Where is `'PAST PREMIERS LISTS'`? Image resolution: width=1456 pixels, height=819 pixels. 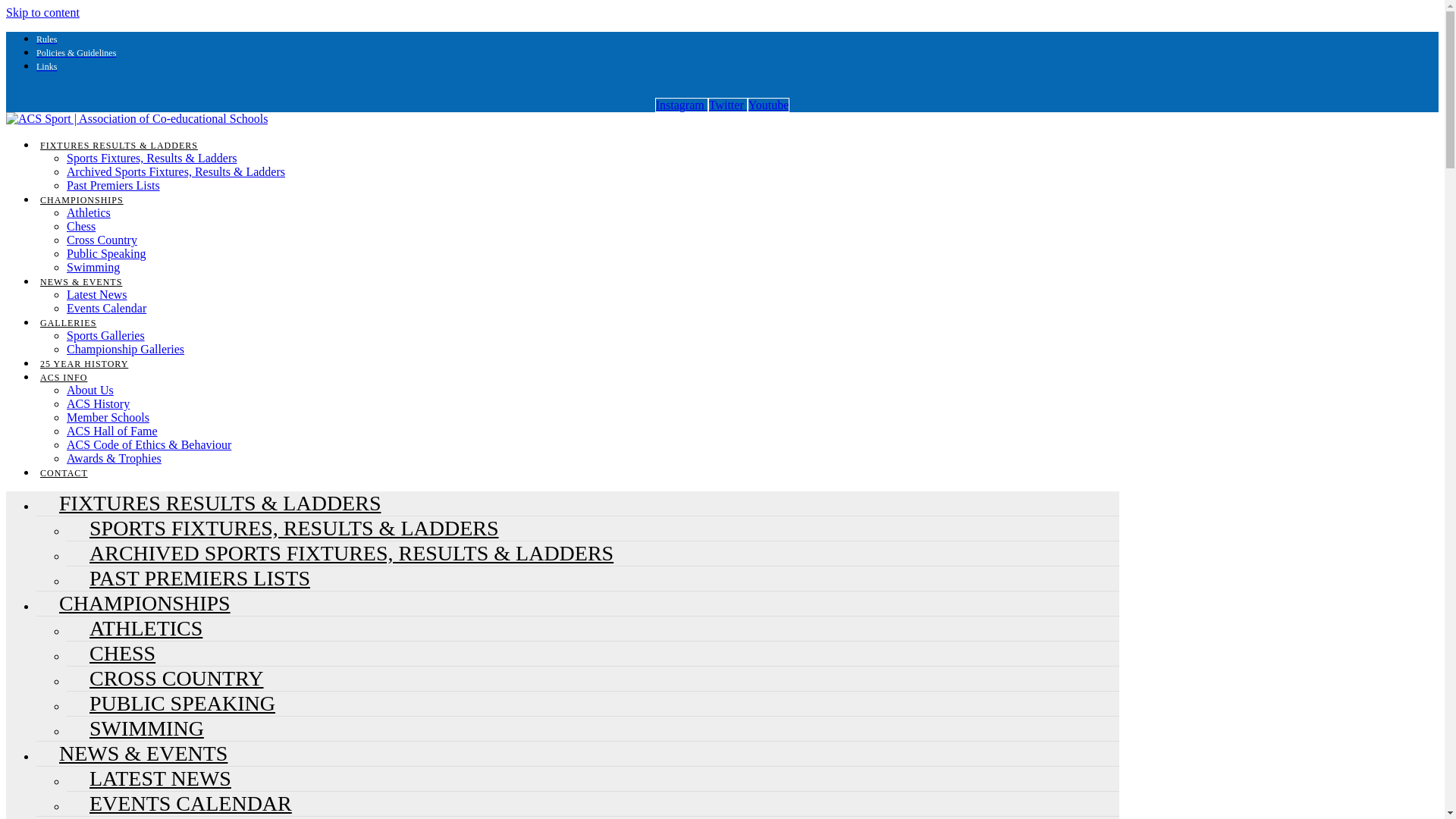 'PAST PREMIERS LISTS' is located at coordinates (187, 578).